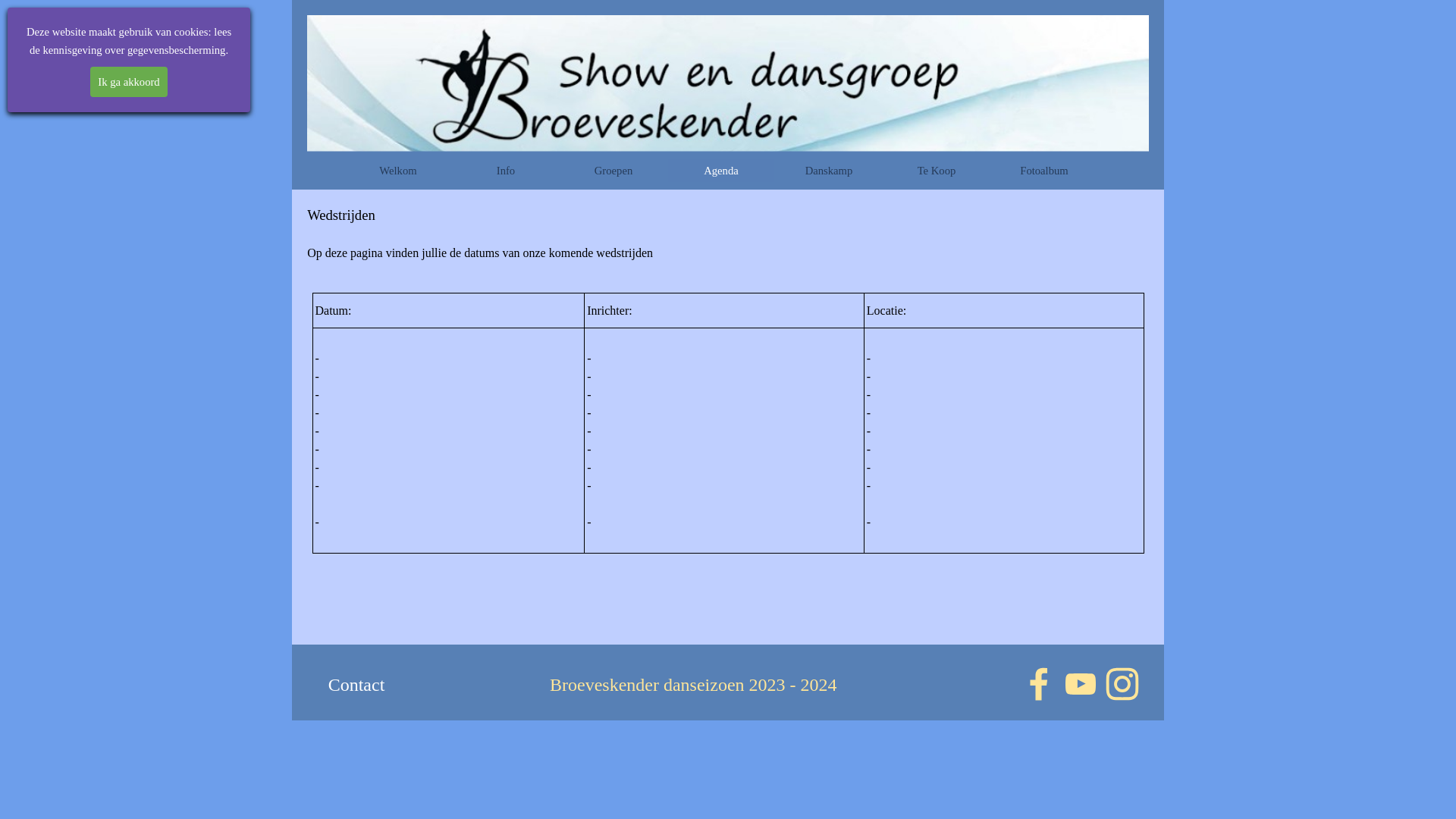 The height and width of the screenshot is (819, 1456). Describe the element at coordinates (356, 685) in the screenshot. I see `'Contact'` at that location.